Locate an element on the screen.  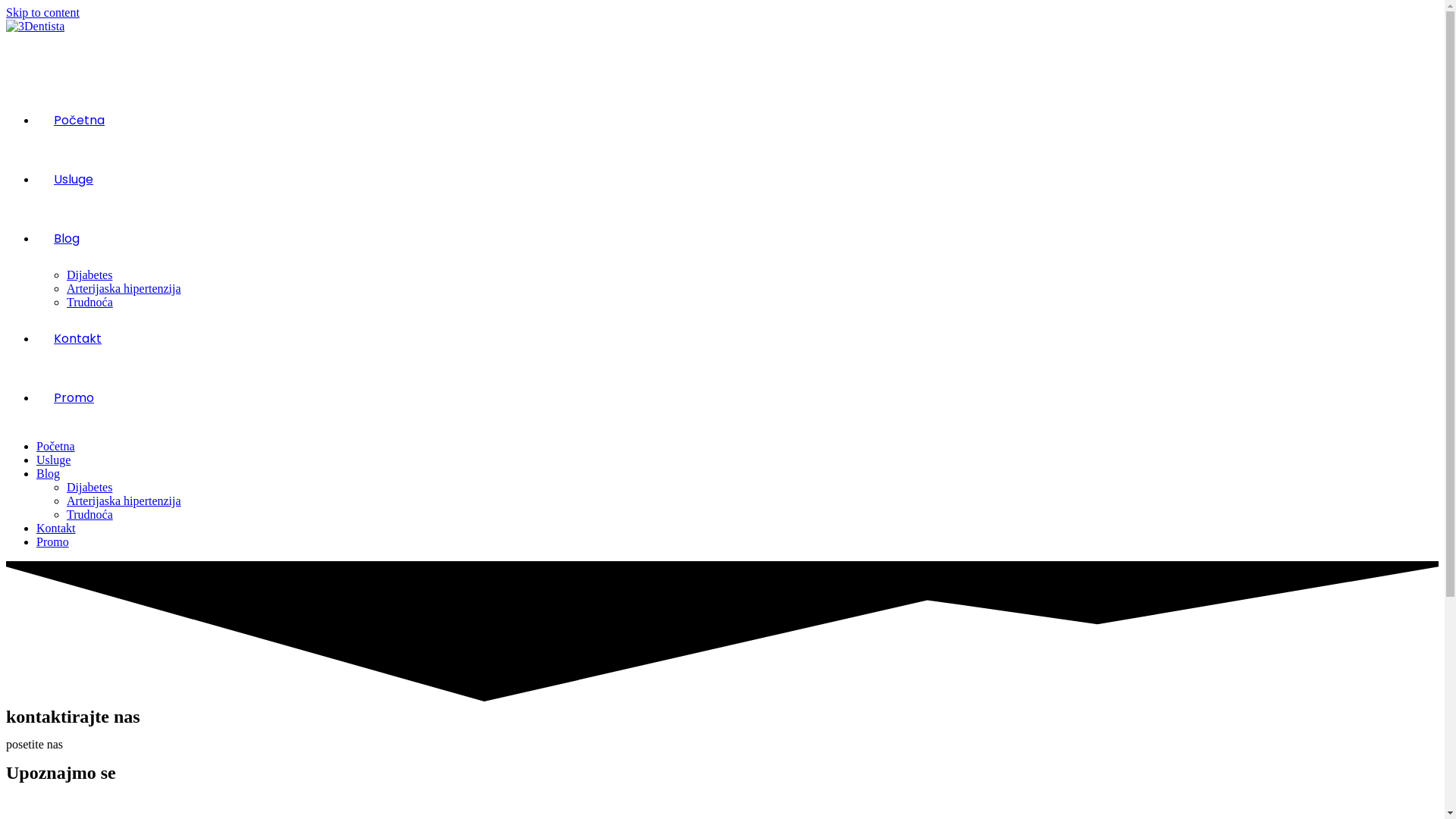
'Dijabetes' is located at coordinates (89, 487).